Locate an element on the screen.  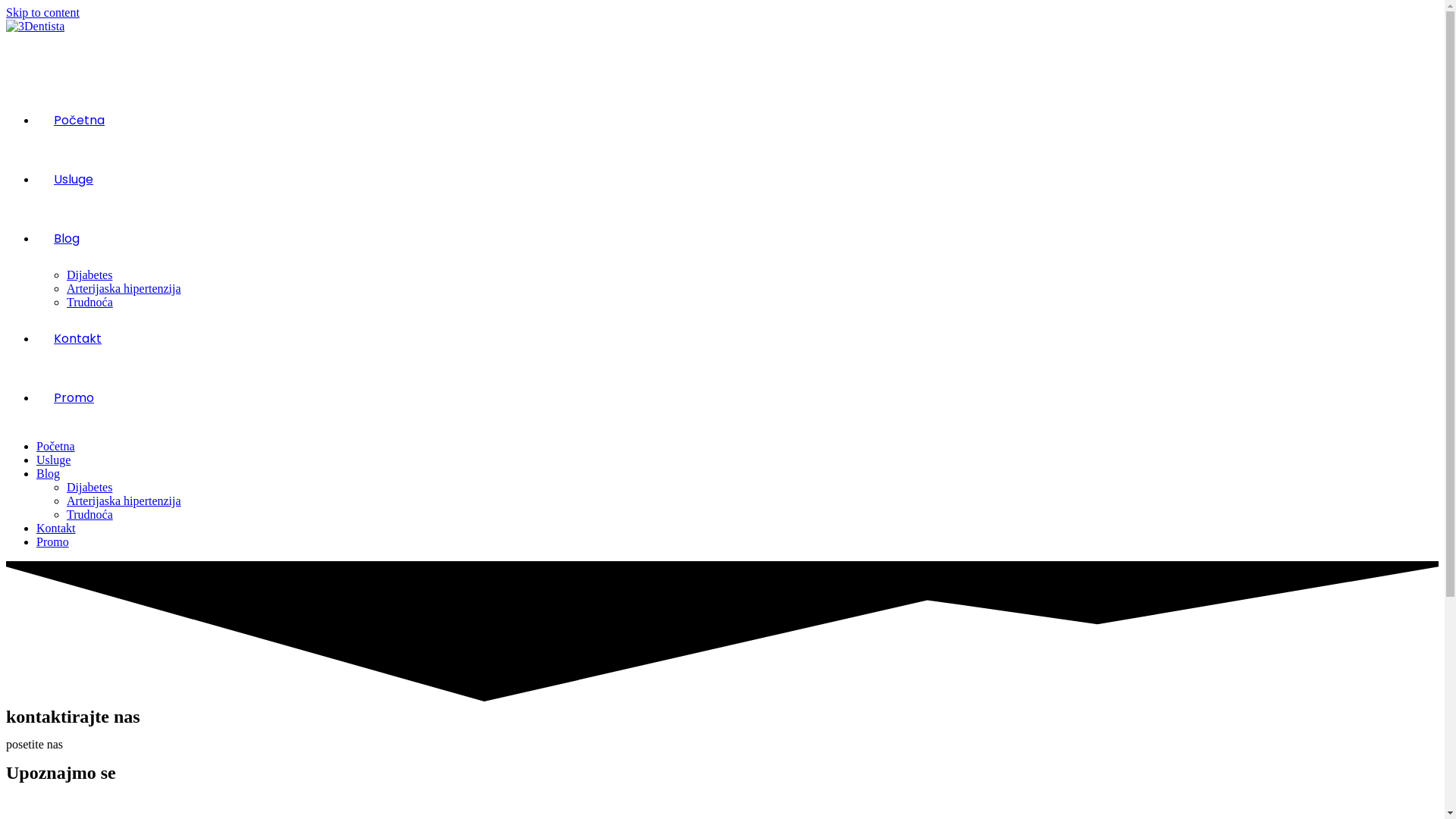
'Dijabetes' is located at coordinates (89, 487).